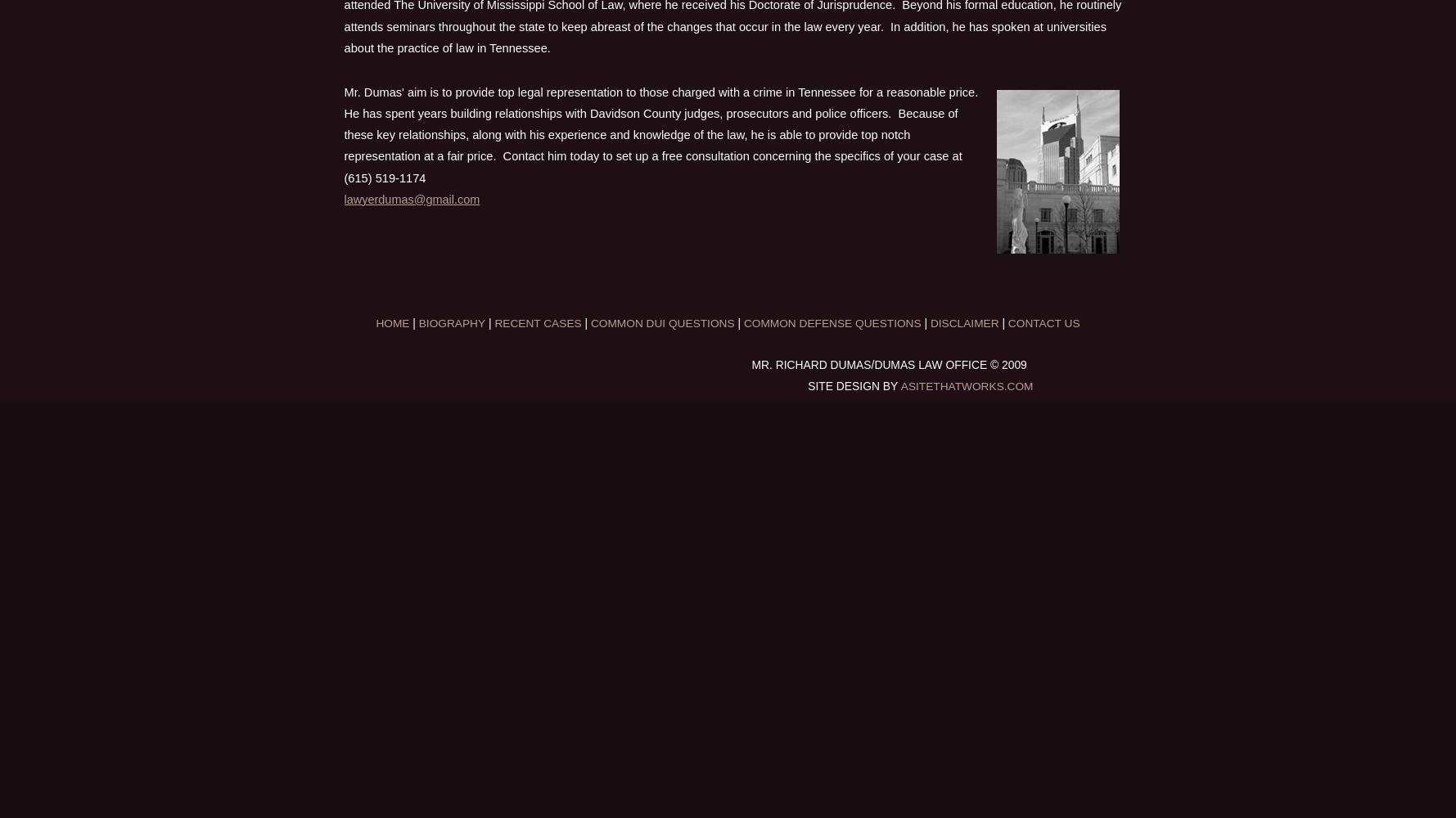 The image size is (1456, 818). I want to click on 'Common DUI Questions', so click(590, 322).